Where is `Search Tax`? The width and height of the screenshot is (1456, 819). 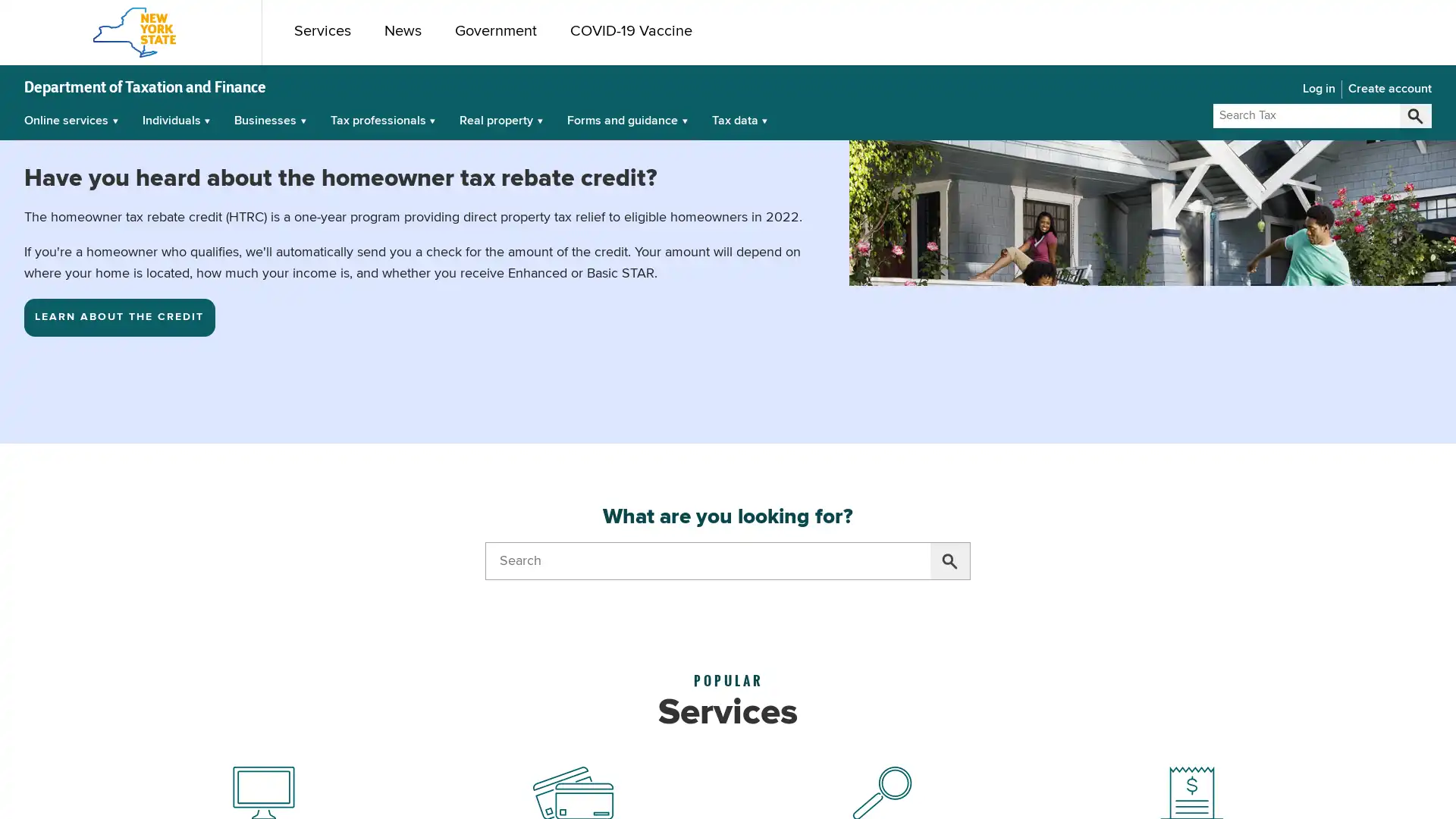 Search Tax is located at coordinates (1414, 115).